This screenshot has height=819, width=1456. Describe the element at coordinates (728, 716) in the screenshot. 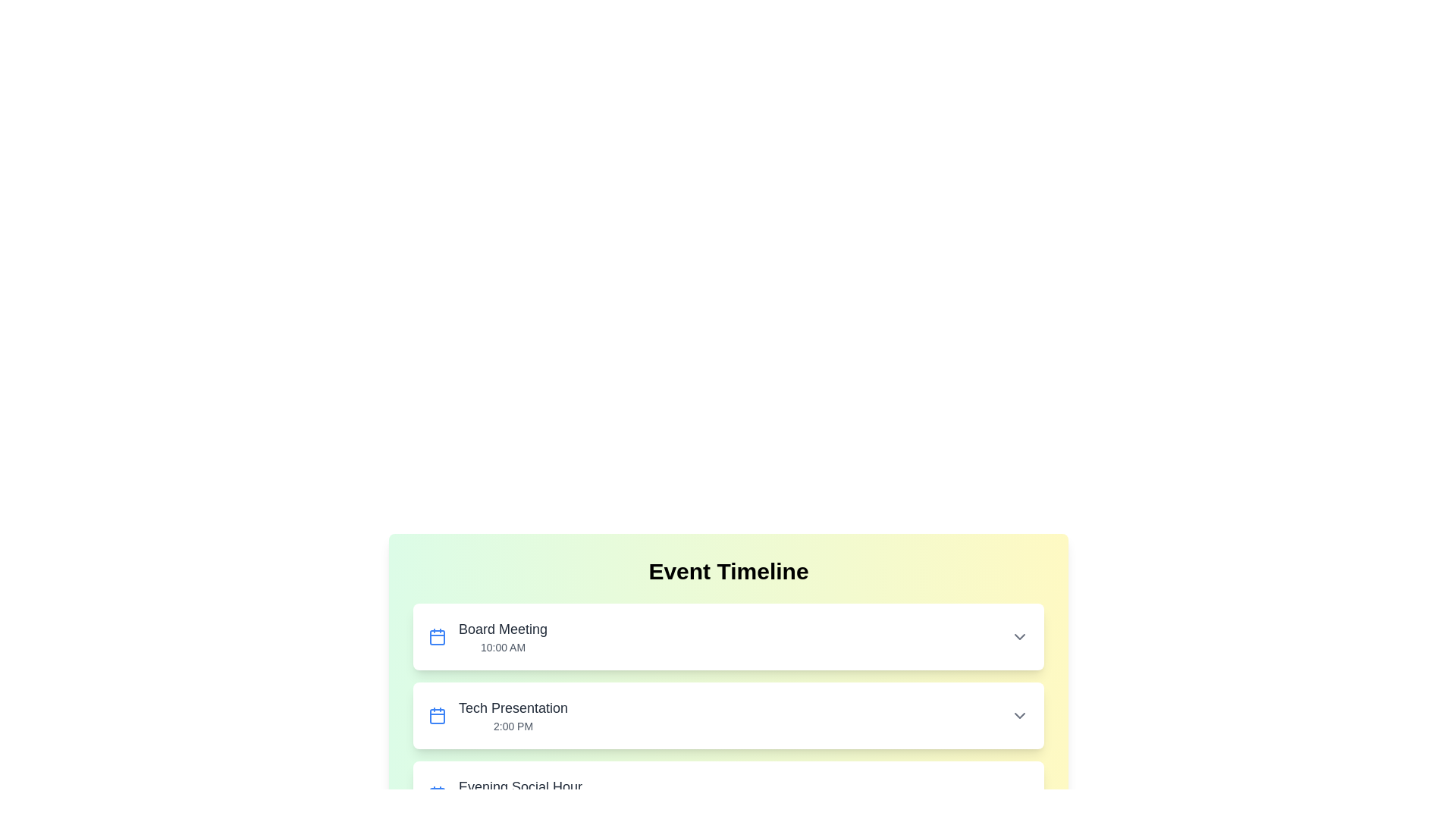

I see `the second entry in the event timeline that displays its title and scheduled time, located between 'Board Meeting' and 'Evening Social Hour'` at that location.